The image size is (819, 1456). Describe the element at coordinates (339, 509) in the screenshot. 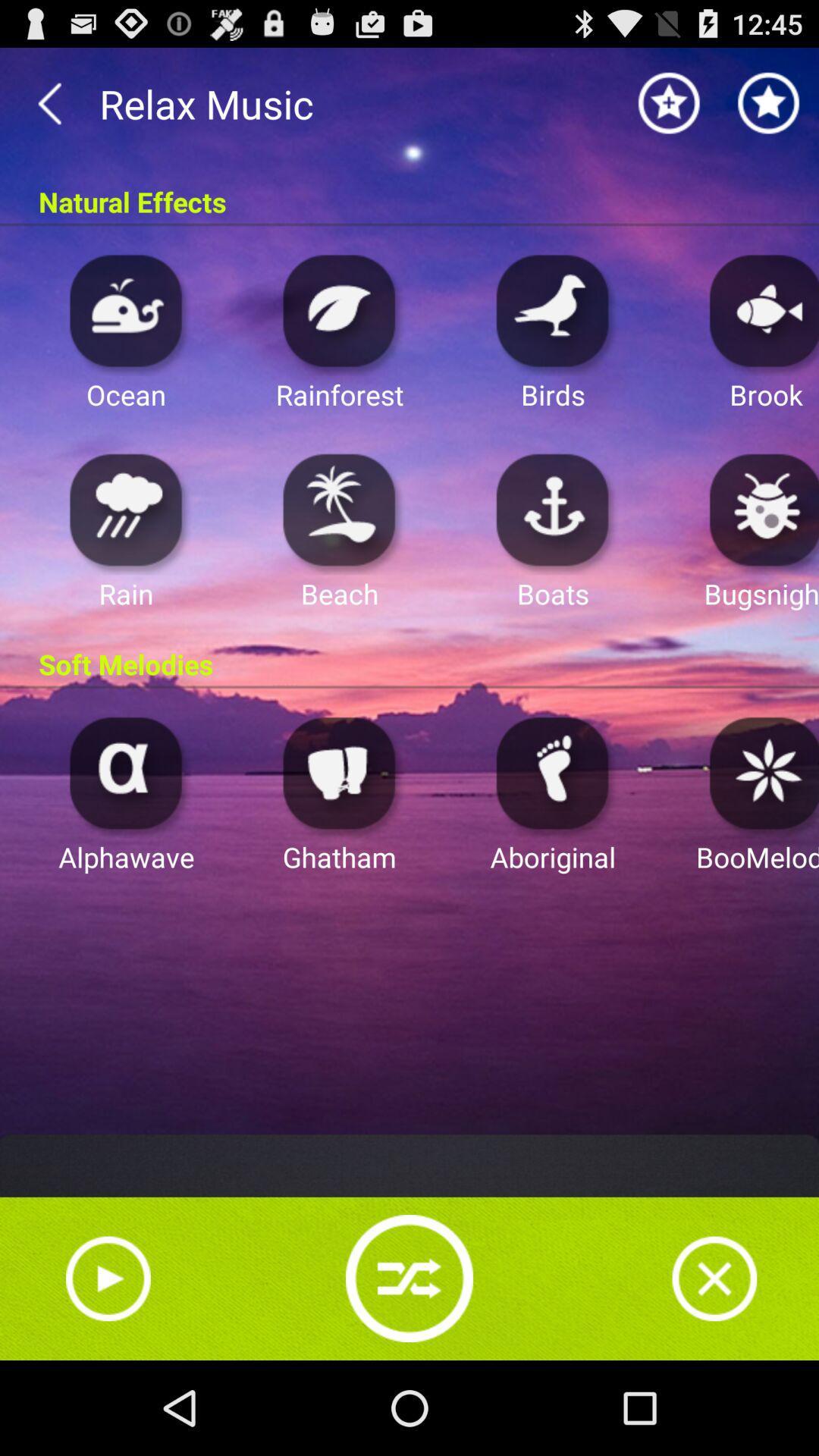

I see `next song beach` at that location.